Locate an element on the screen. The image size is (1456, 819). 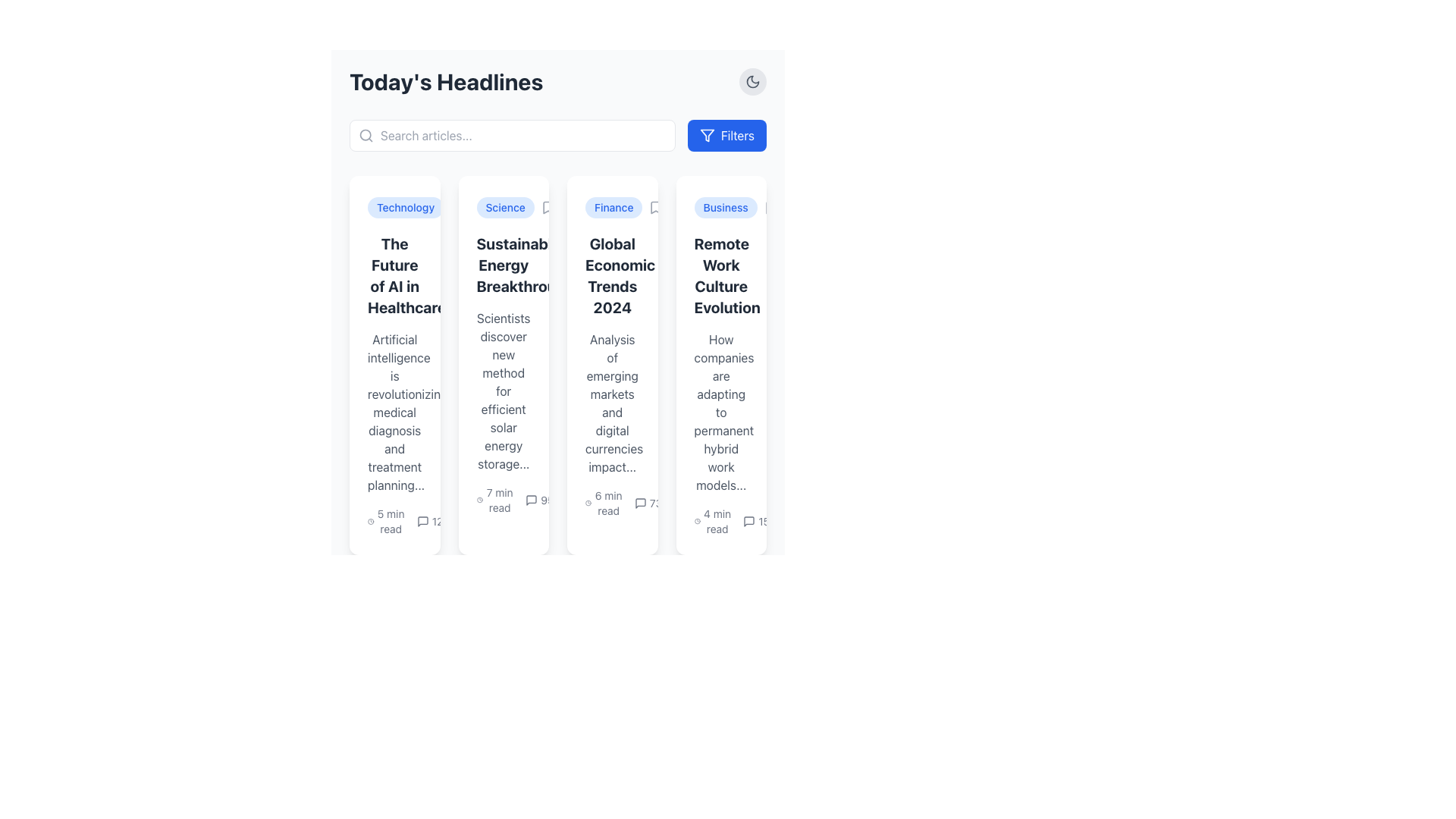
summary text 'Analysis of emerging markets and digital currencies impact...' located below the title in the 'Global Economic Trends 2024' card is located at coordinates (612, 403).